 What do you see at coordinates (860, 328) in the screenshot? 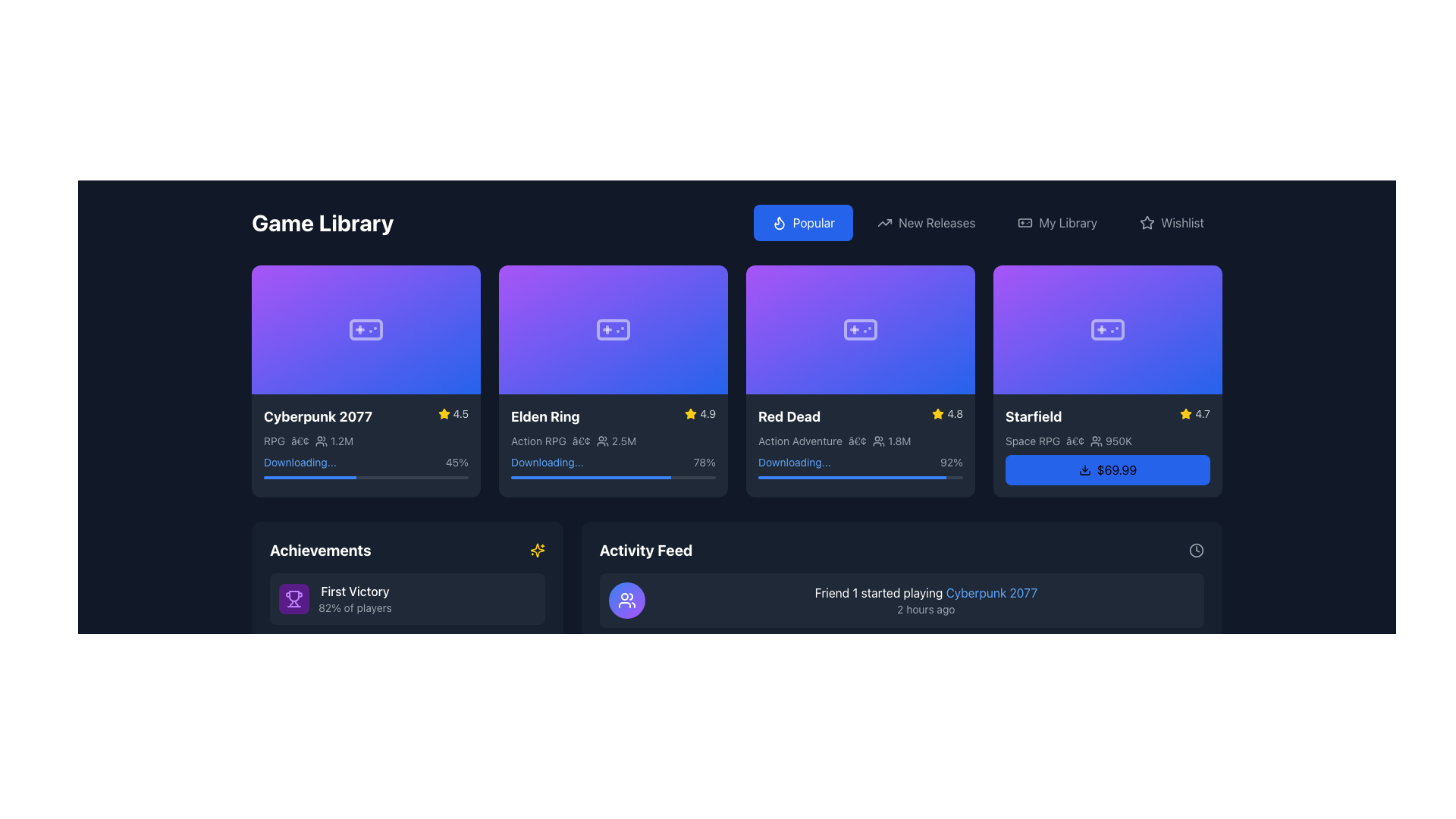
I see `the game controller icon with a gradient purple background located in the third card from the left in the top row of the interface` at bounding box center [860, 328].